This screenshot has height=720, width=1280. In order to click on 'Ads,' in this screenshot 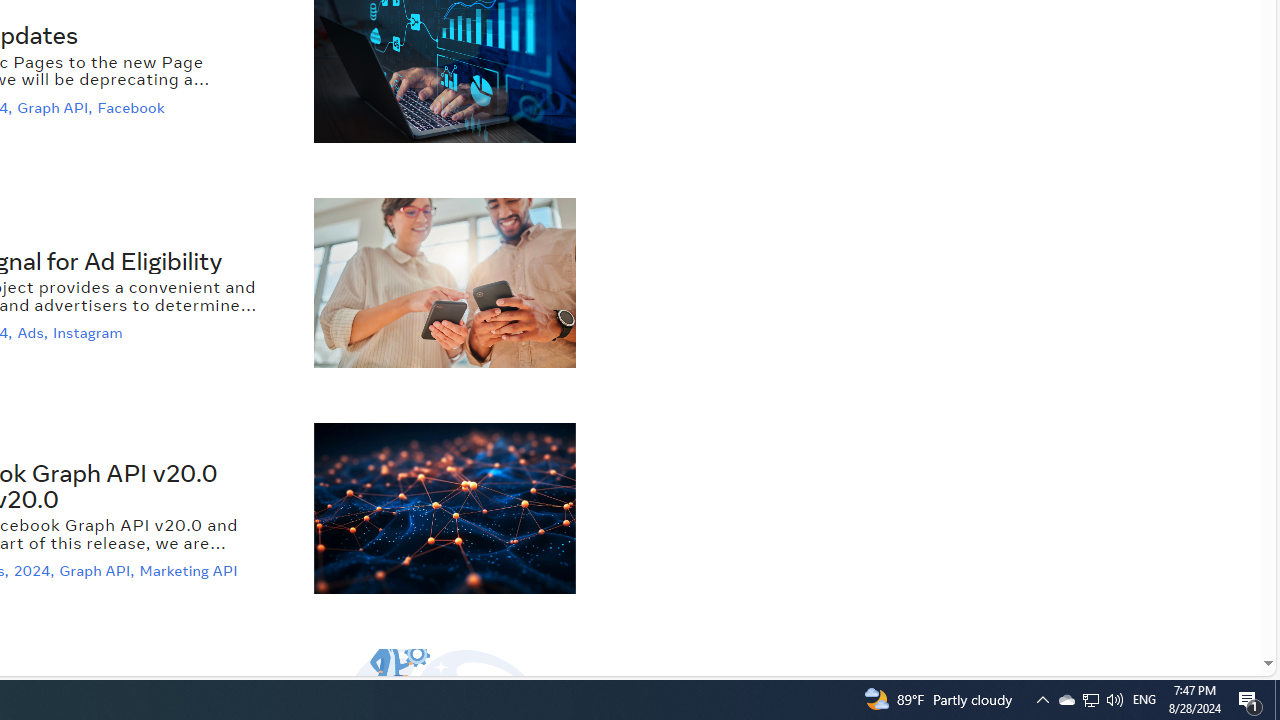, I will do `click(34, 332)`.